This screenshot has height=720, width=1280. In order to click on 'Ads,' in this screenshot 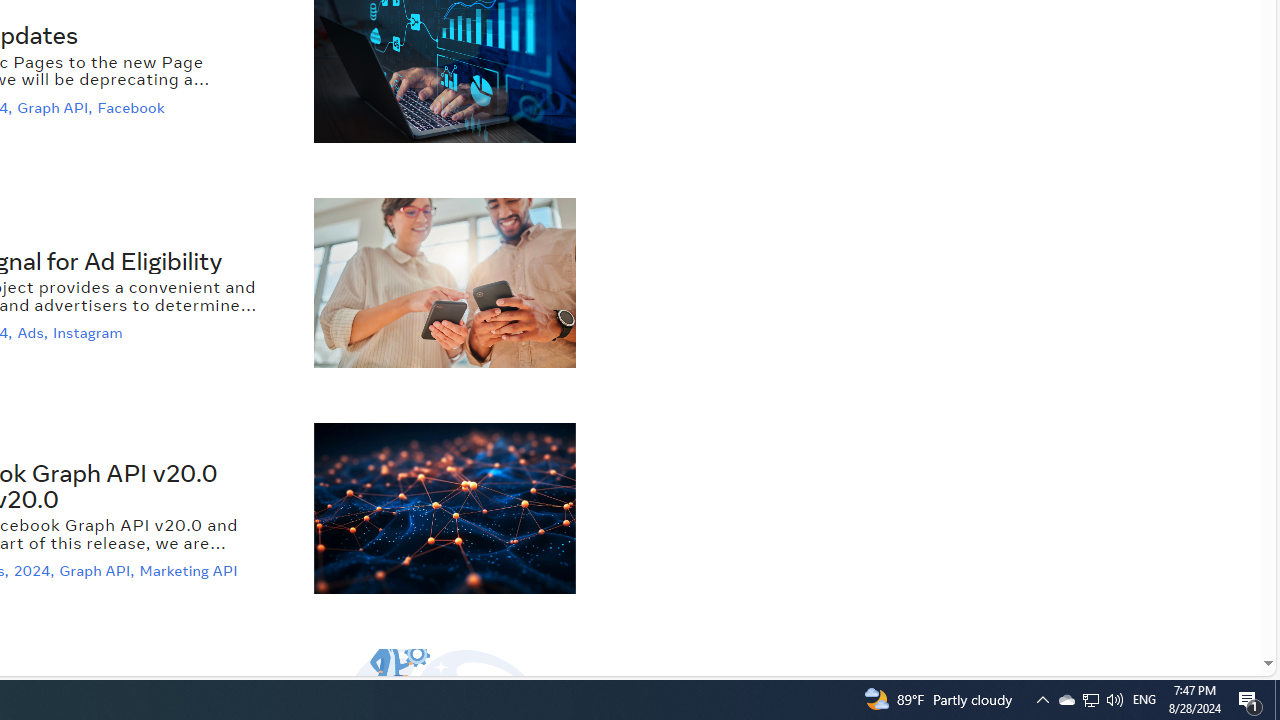, I will do `click(34, 332)`.